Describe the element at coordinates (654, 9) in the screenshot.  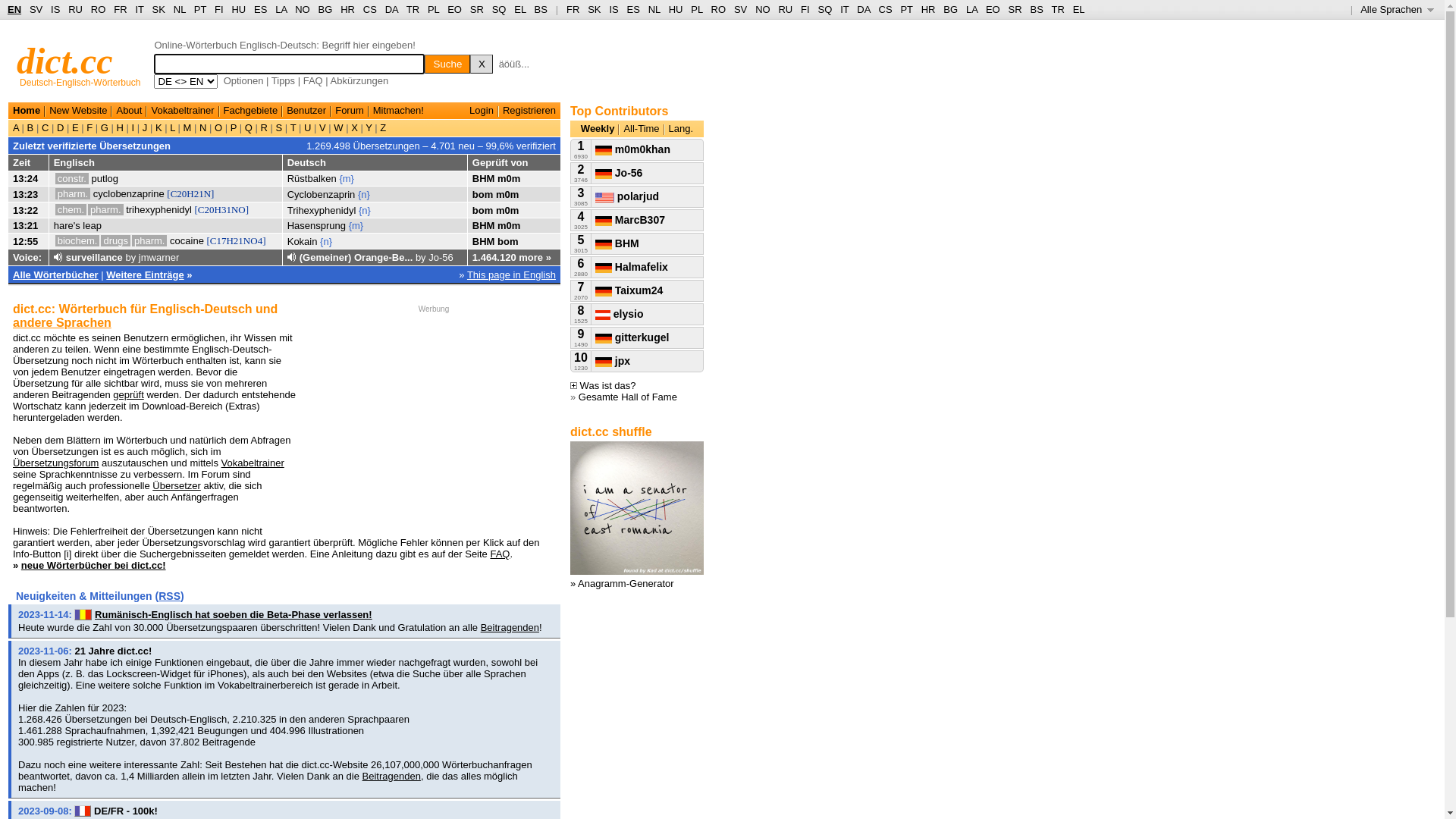
I see `'NL'` at that location.